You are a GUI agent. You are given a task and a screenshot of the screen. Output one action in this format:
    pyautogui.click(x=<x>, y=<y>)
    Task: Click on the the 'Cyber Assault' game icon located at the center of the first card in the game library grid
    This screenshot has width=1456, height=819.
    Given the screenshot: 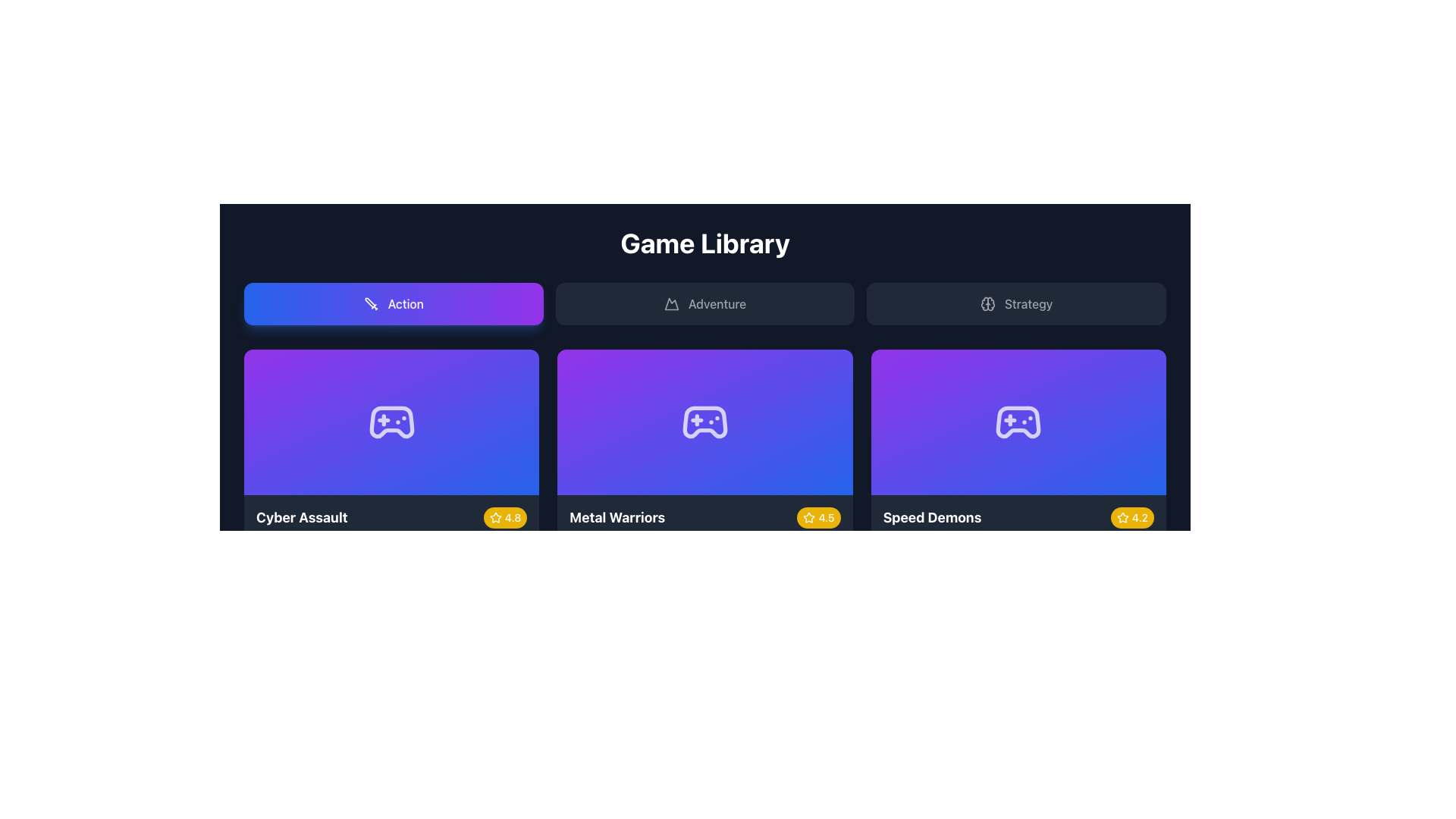 What is the action you would take?
    pyautogui.click(x=391, y=422)
    